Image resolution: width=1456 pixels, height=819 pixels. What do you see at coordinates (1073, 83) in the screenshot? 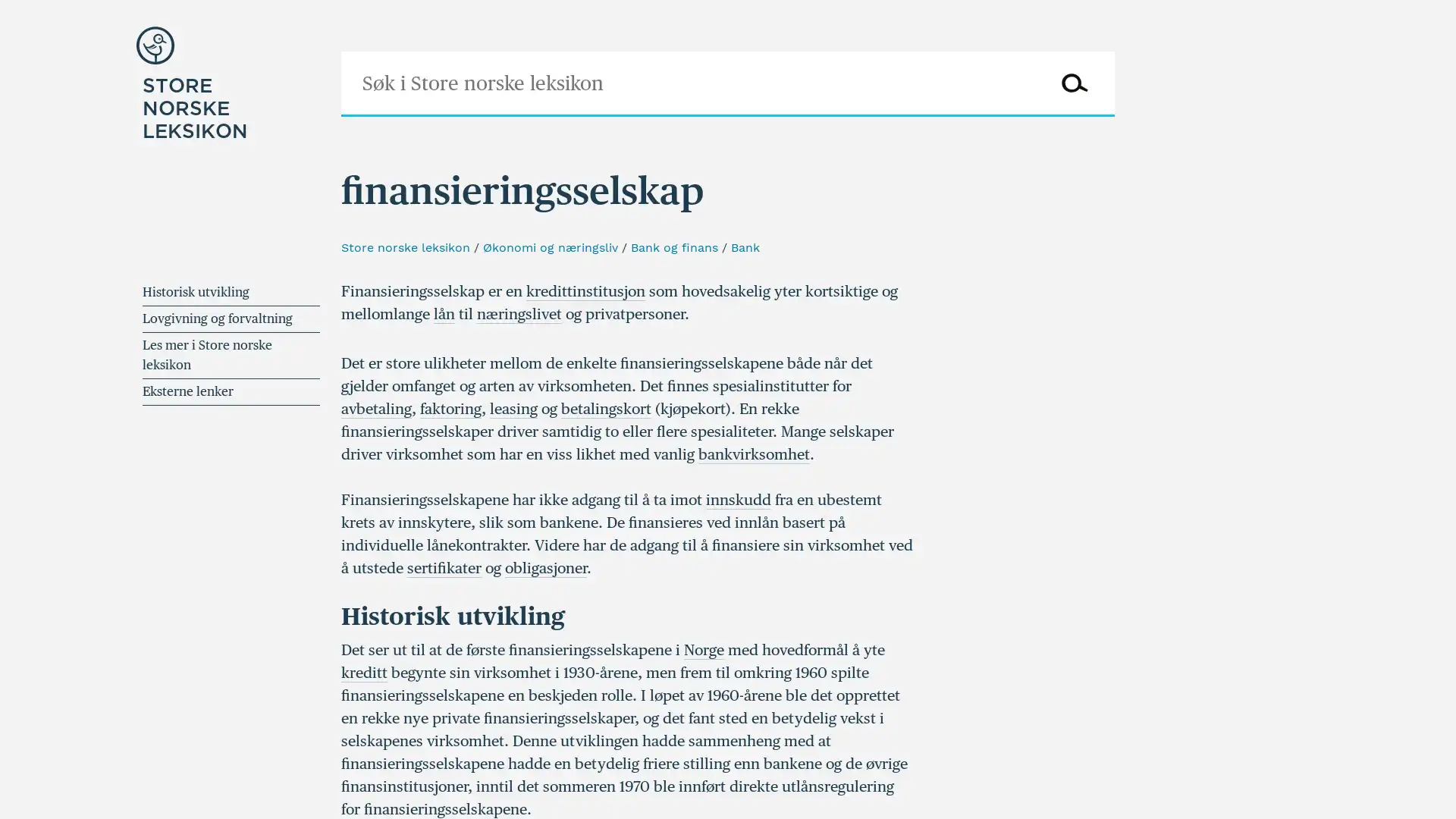
I see `Sk` at bounding box center [1073, 83].